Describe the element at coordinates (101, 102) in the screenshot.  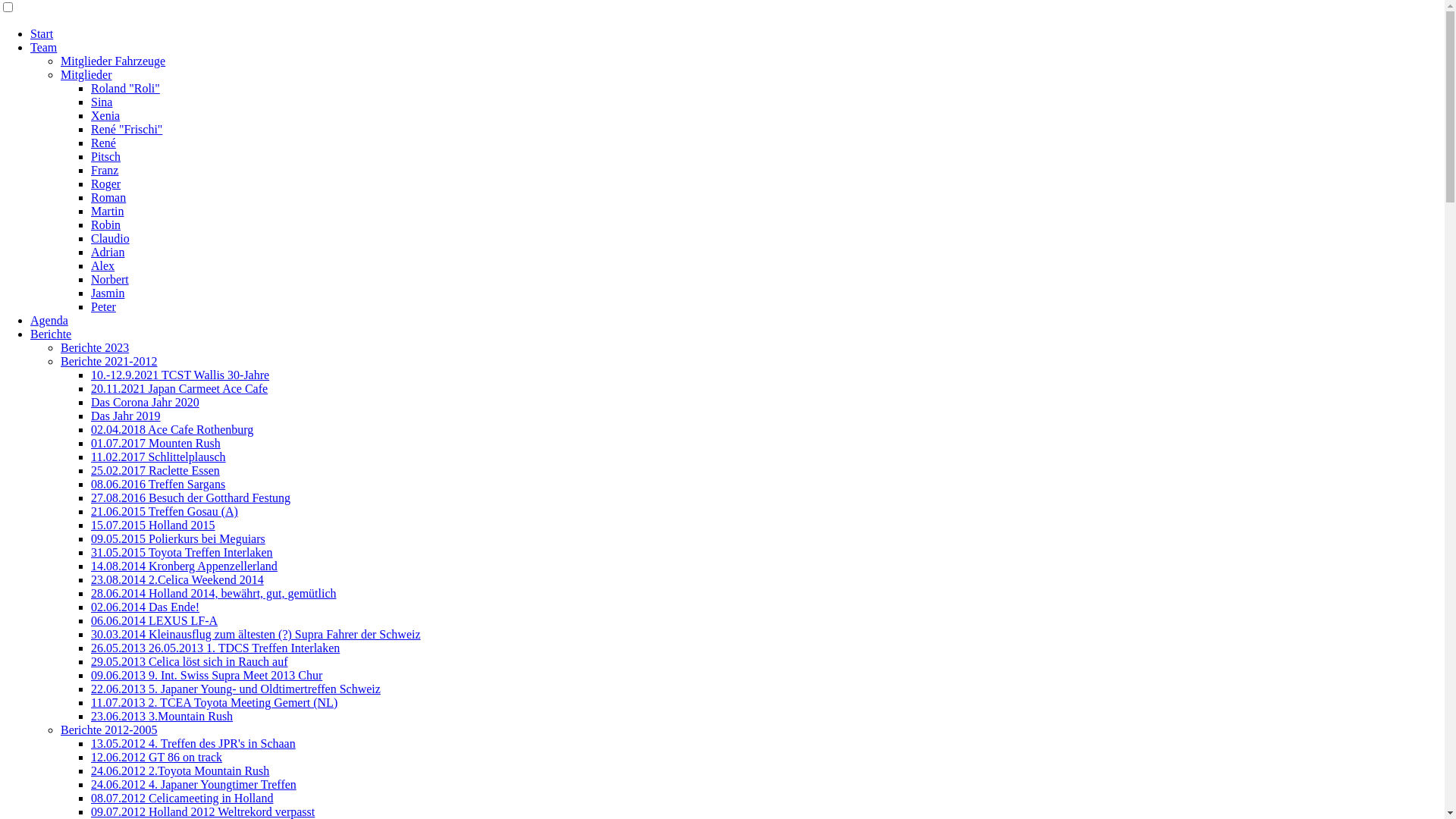
I see `'Sina'` at that location.